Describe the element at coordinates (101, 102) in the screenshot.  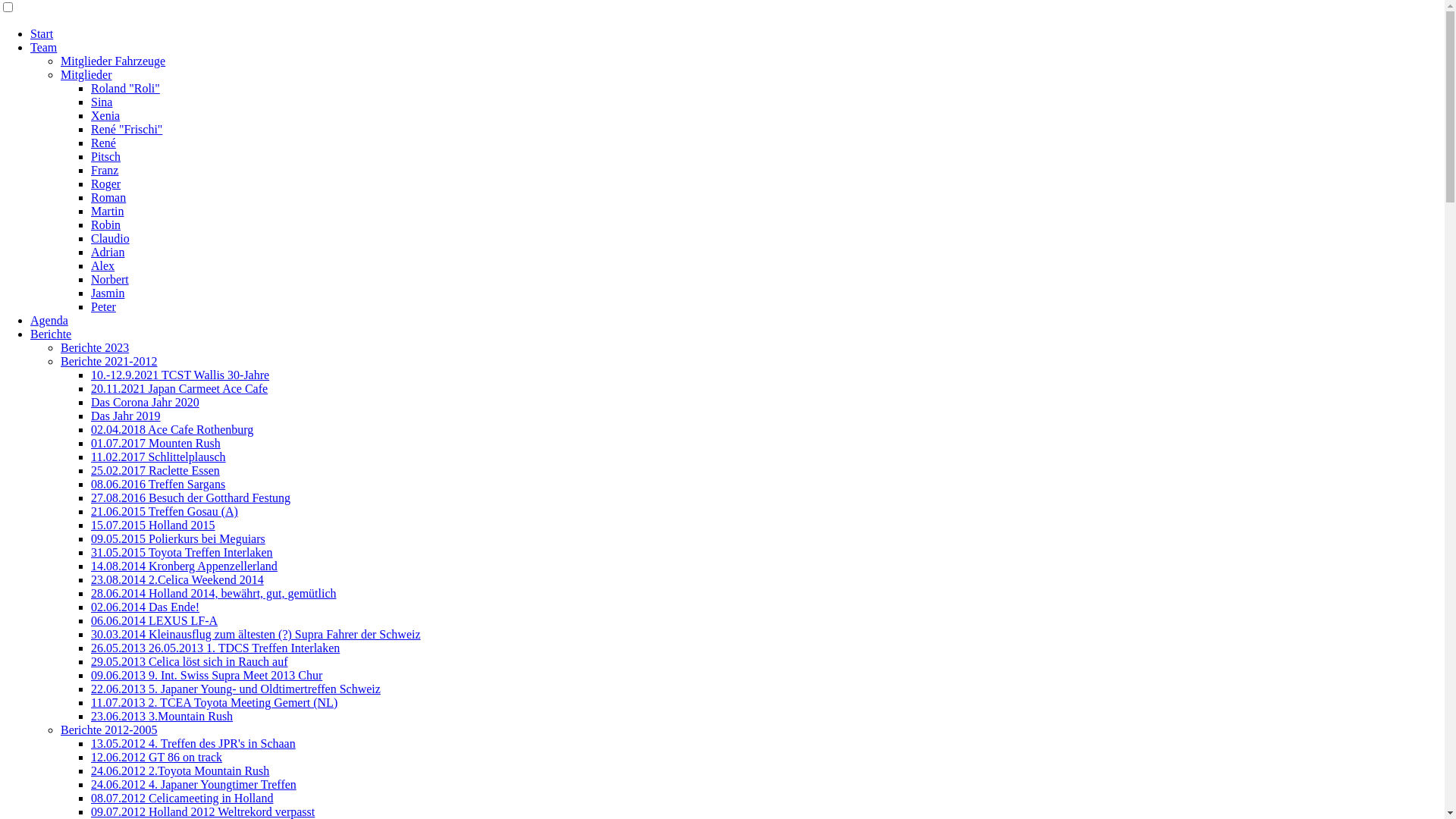
I see `'Sina'` at that location.